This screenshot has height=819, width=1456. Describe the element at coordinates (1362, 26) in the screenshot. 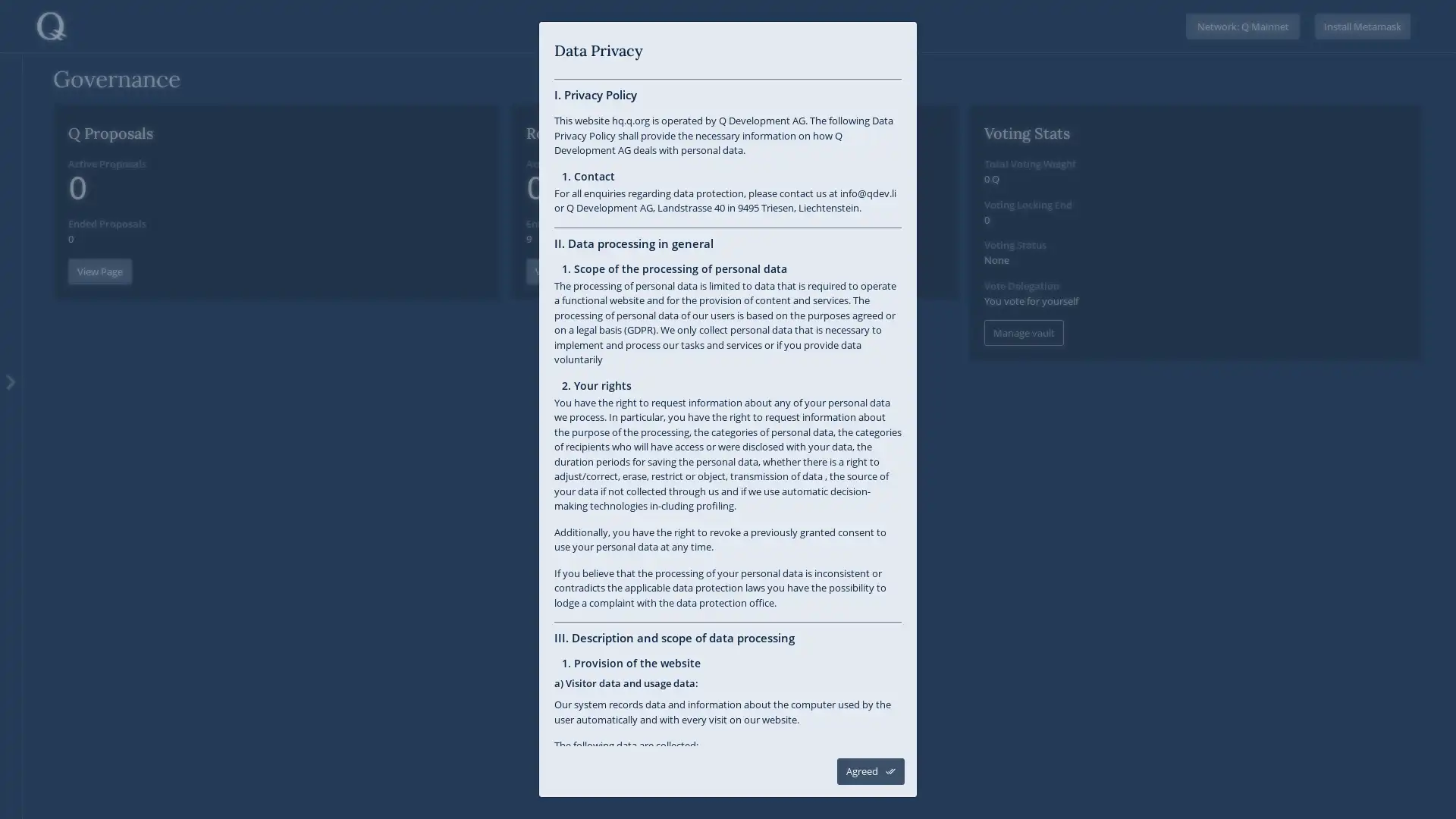

I see `Install Metamask` at that location.